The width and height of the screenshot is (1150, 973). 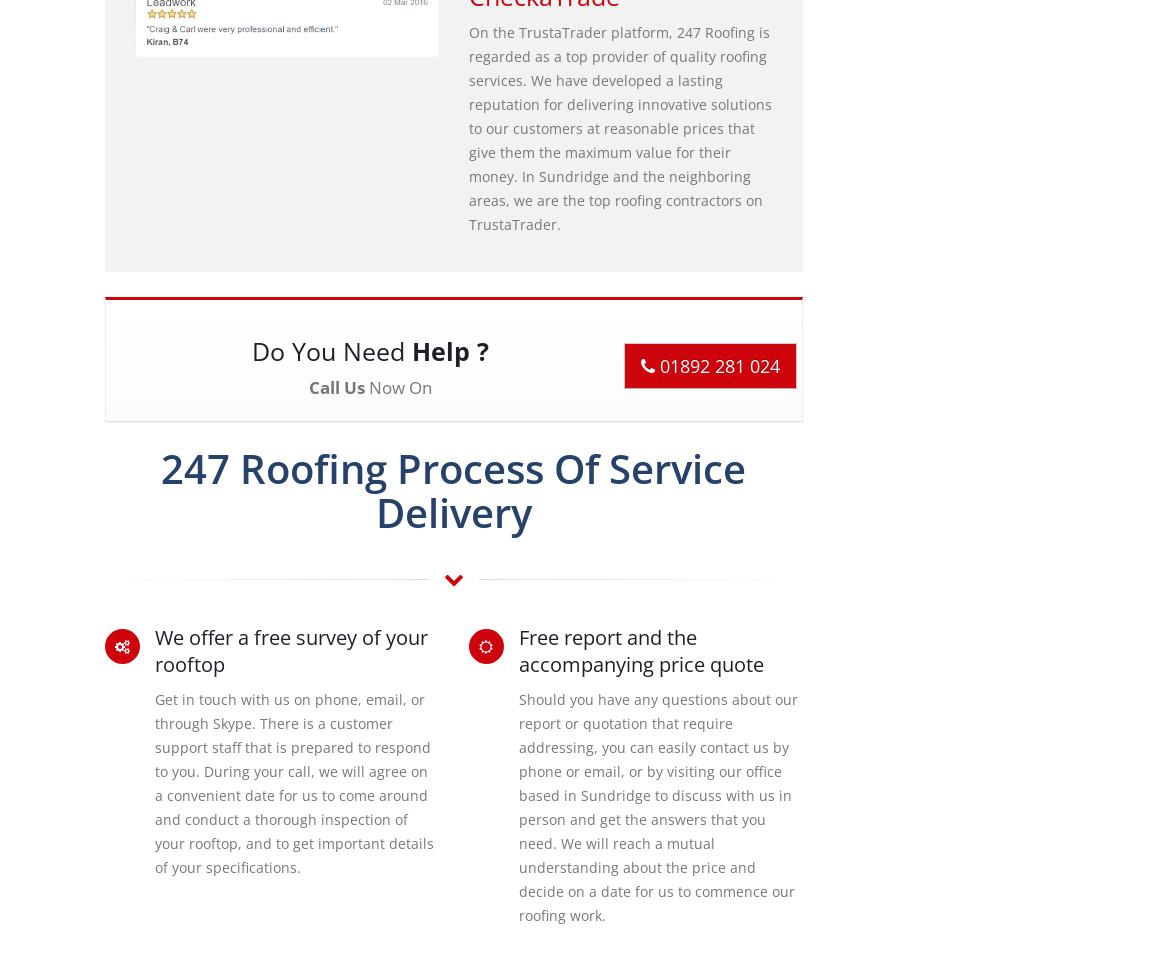 What do you see at coordinates (294, 782) in the screenshot?
I see `'Get in touch with us on phone, email, or through Skype. There is a customer support staff that is prepared to respond to you. During your call, we will agree on a convenient date for us to come around and conduct a thorough inspection of your rooftop, and to get important details of your specifications.'` at bounding box center [294, 782].